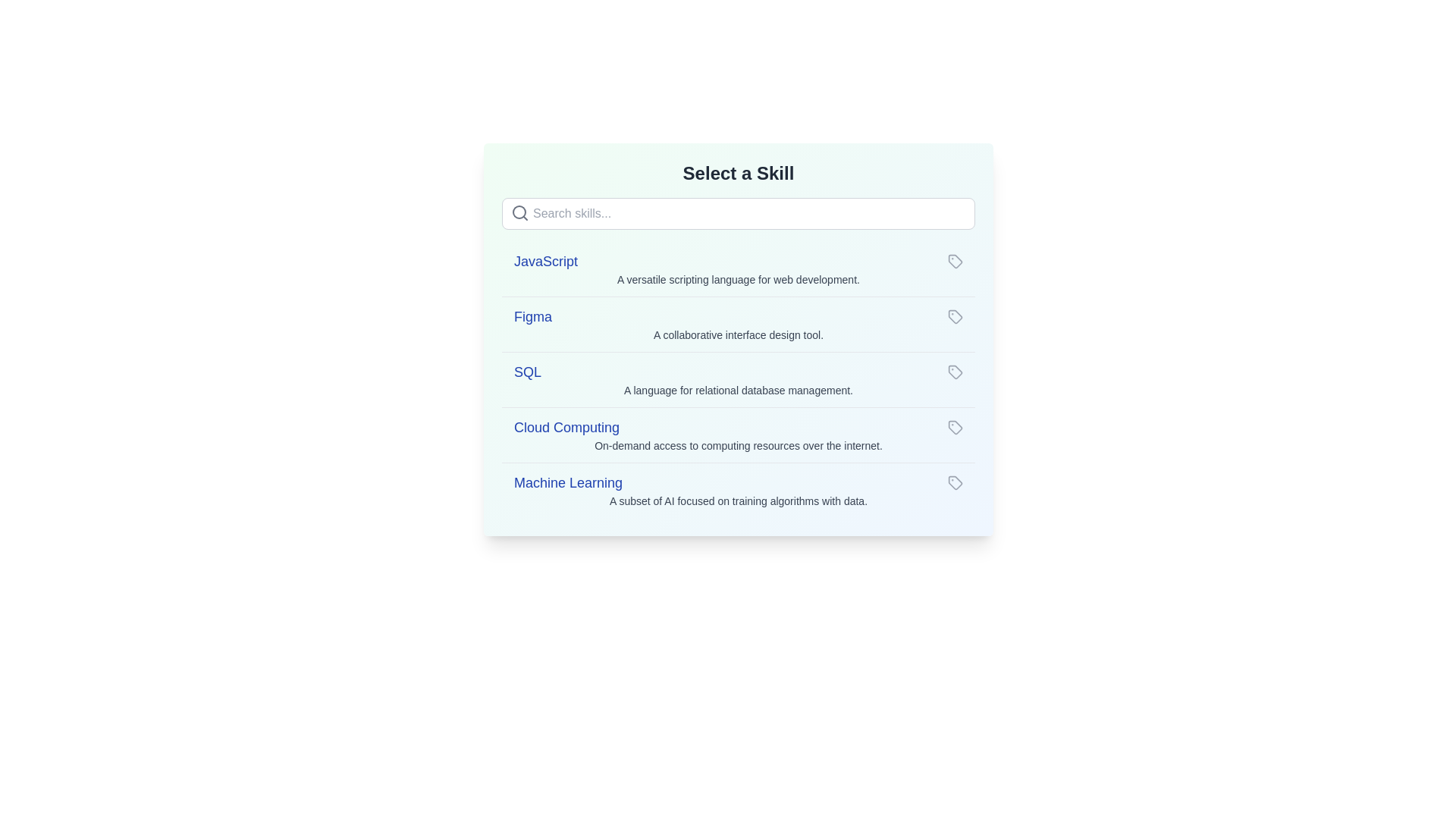  I want to click on the inner circular graphical component of the search icon within the search bar at the top of the skill selection interface, so click(519, 212).